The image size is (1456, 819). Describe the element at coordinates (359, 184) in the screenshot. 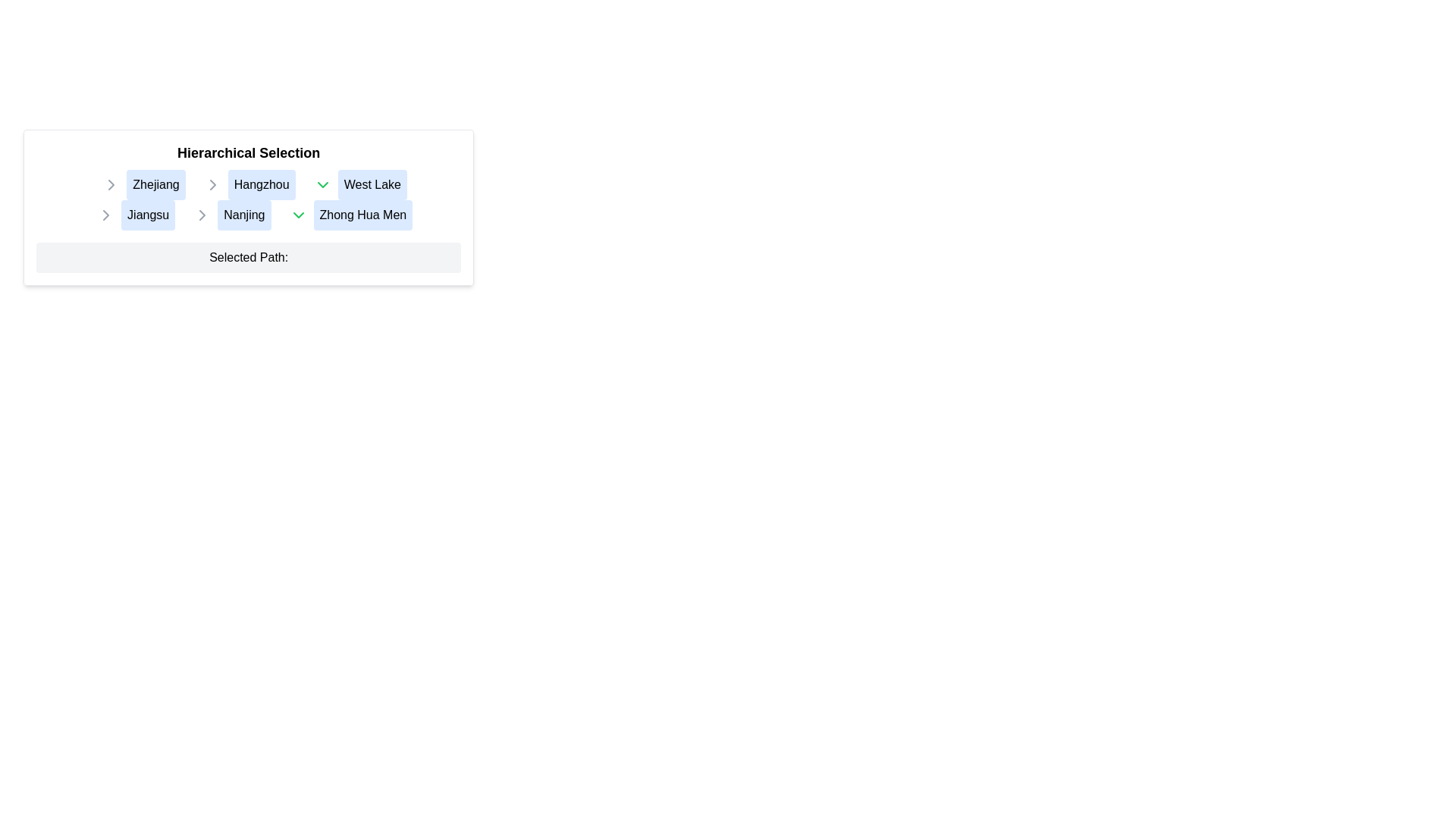

I see `the 'West Lake' selectable button element located` at that location.